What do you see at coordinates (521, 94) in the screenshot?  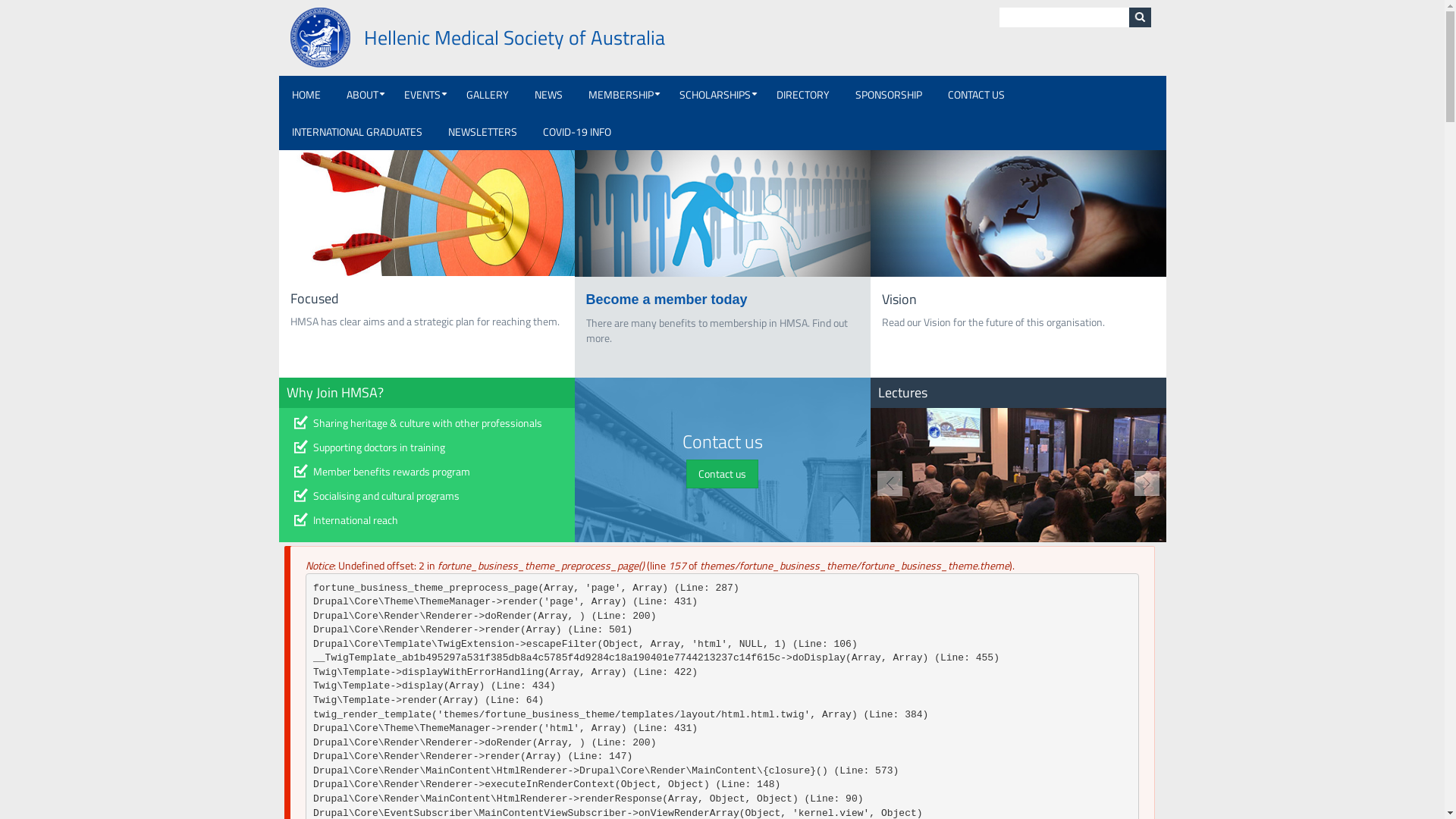 I see `'NEWS'` at bounding box center [521, 94].